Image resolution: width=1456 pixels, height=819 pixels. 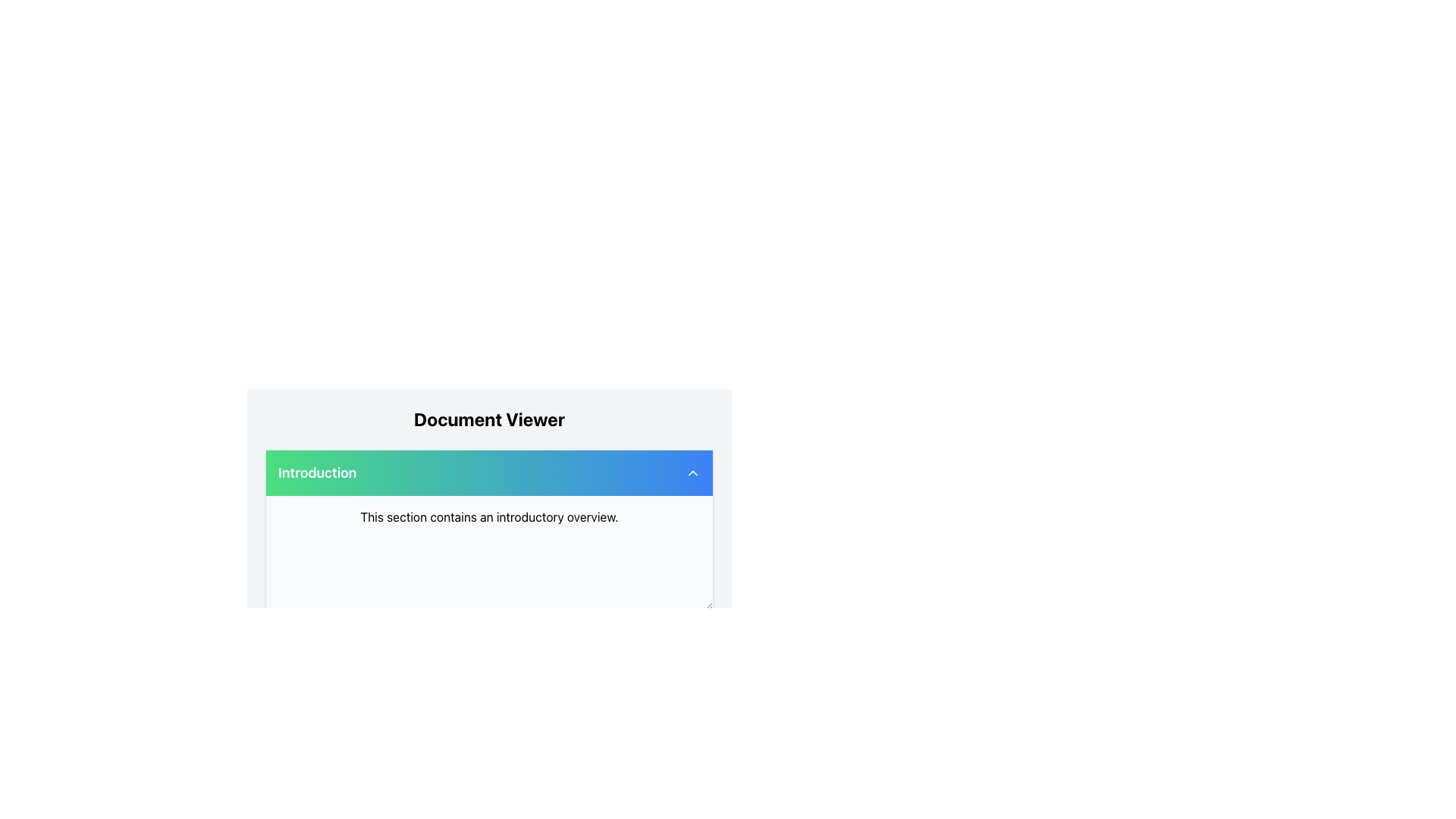 I want to click on static text label stating 'This section contains an introductory overview.' which is displayed beneath the 'Introduction' header, so click(x=489, y=516).